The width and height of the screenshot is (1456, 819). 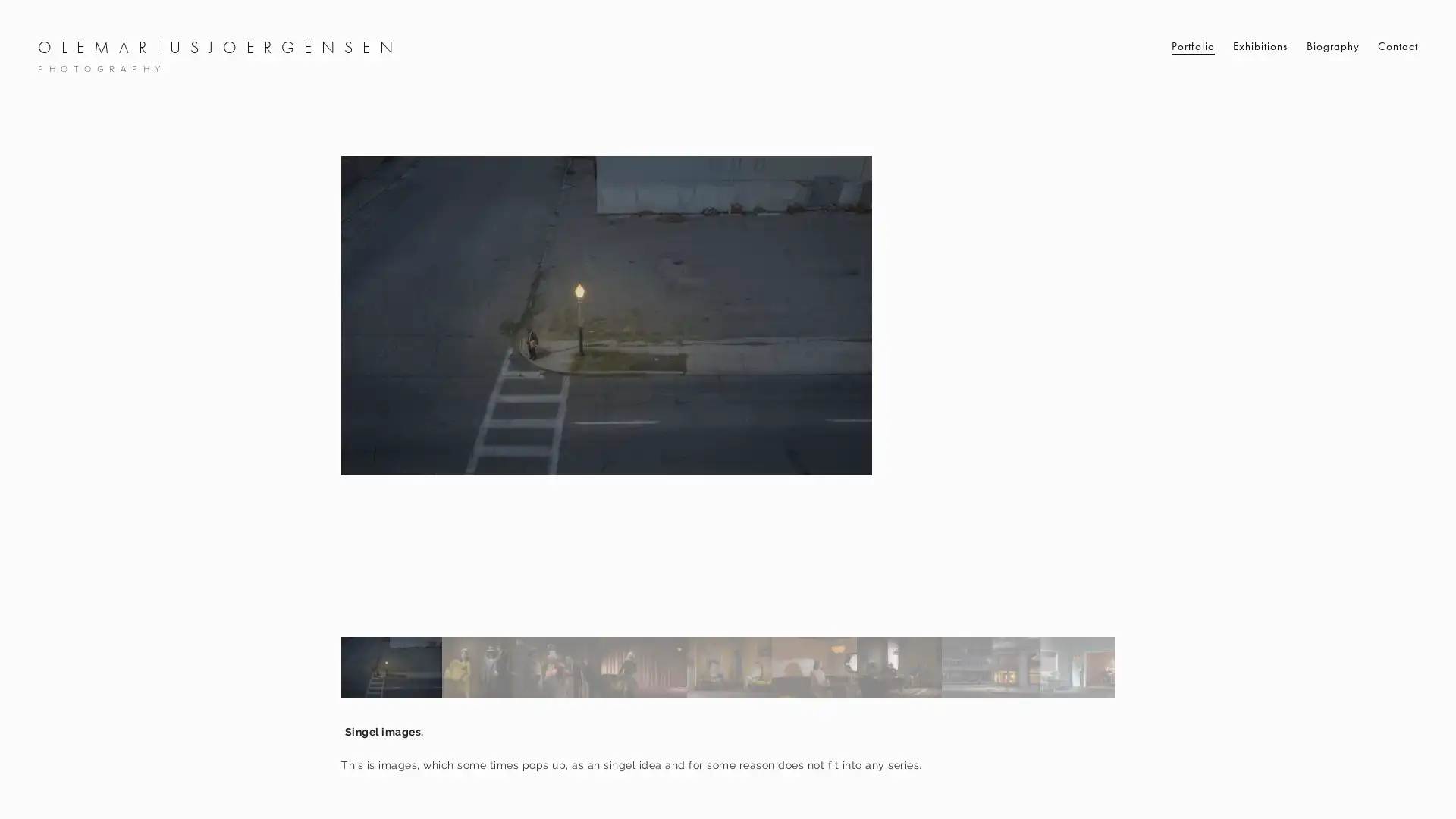 I want to click on Slide 1, so click(x=391, y=666).